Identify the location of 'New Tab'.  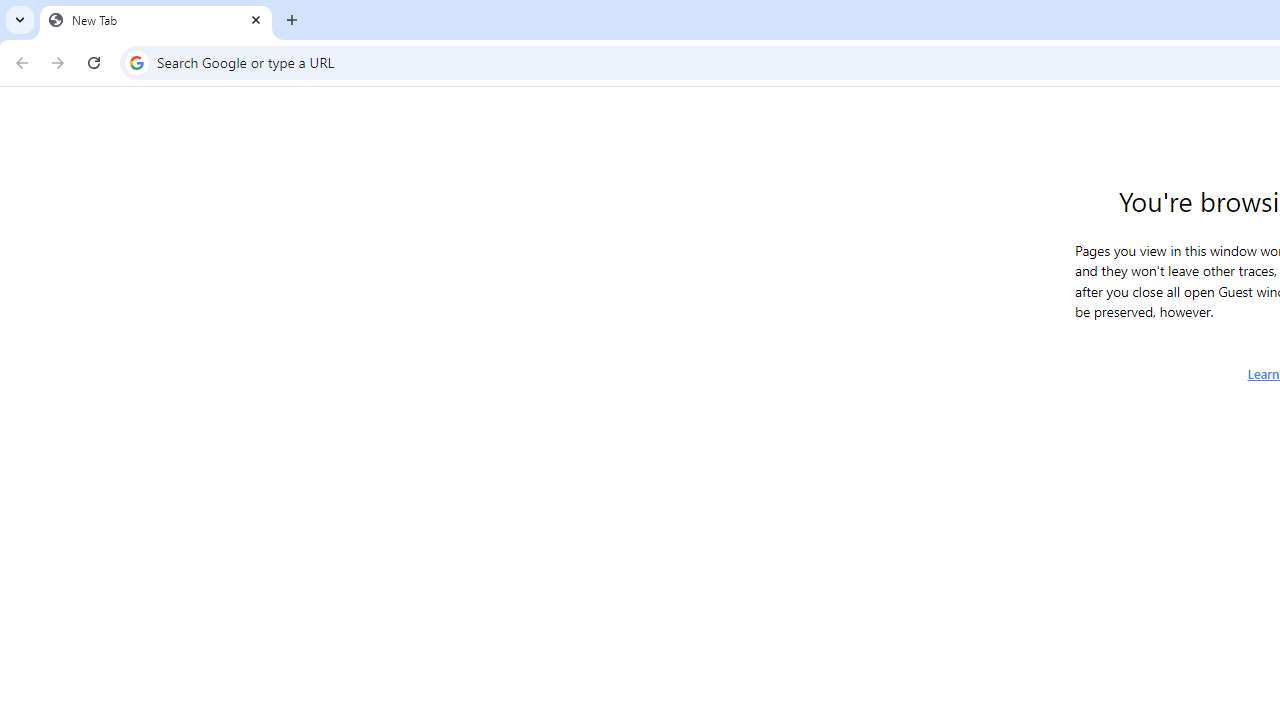
(155, 20).